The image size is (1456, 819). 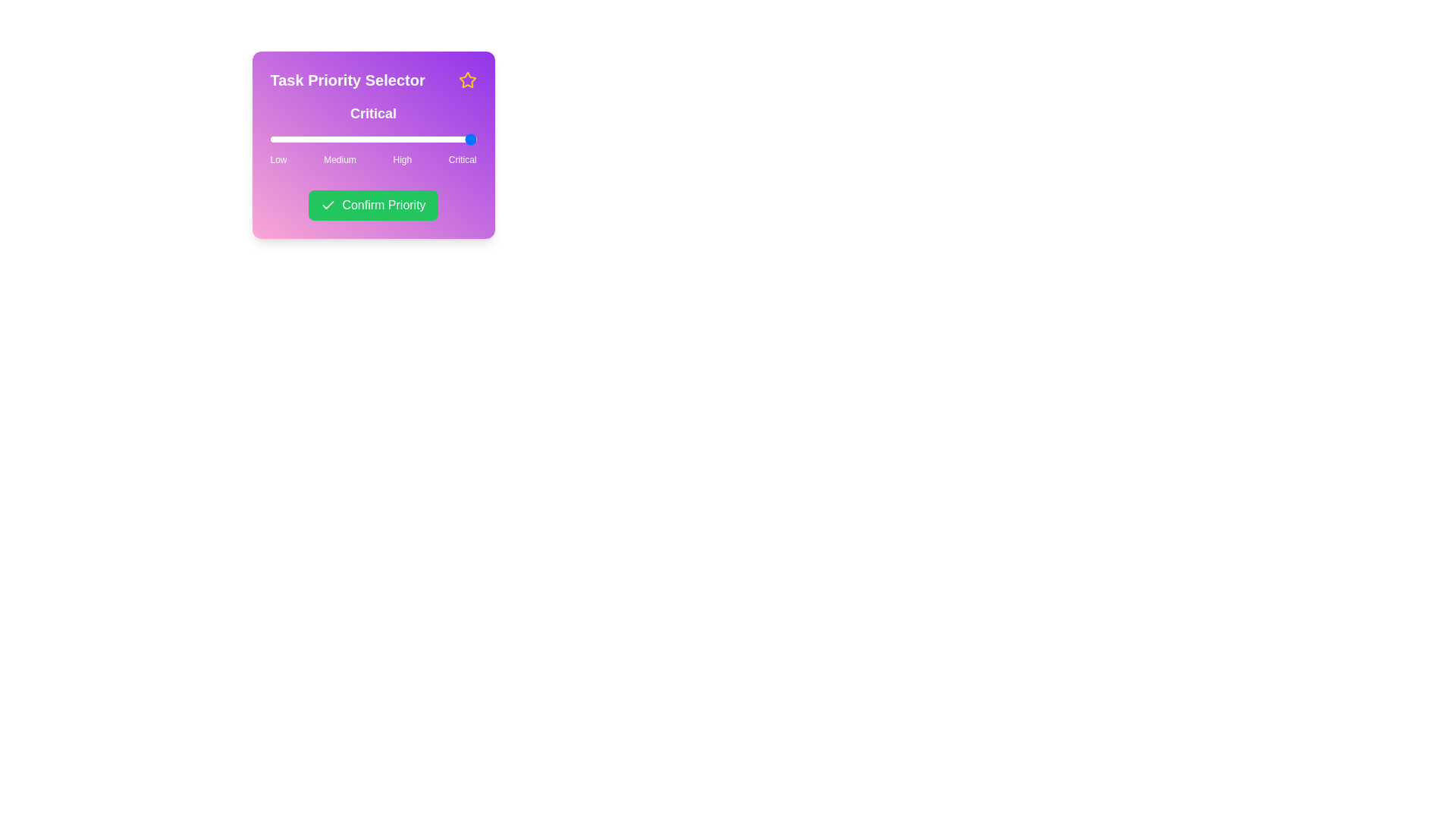 I want to click on the checkmark icon inside the green 'Confirm Priority' button, which signifies the confirmation action related to the 'Task Priority Selector', so click(x=328, y=205).